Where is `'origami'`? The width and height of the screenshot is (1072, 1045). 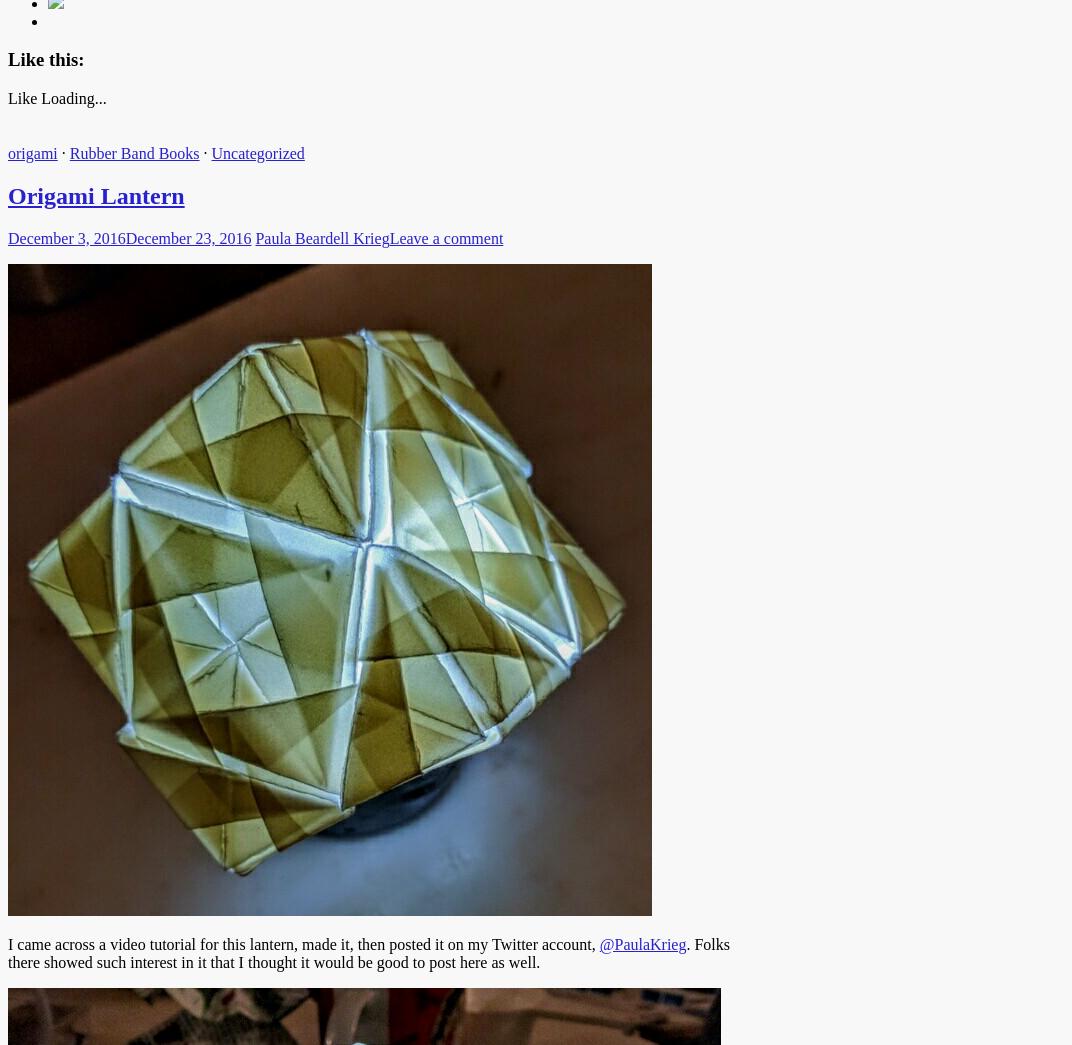
'origami' is located at coordinates (31, 152).